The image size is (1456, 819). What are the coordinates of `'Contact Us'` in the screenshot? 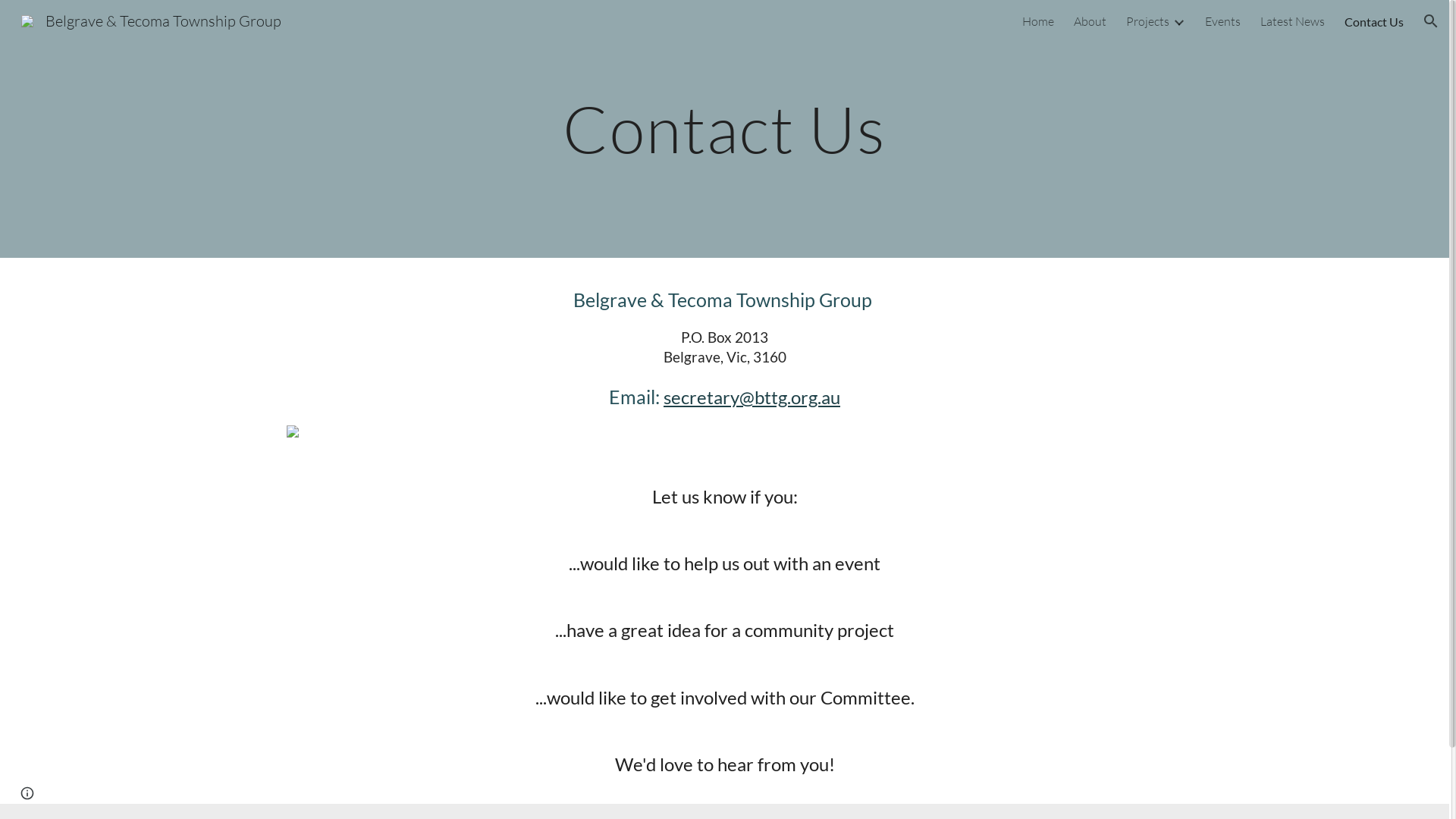 It's located at (1374, 20).